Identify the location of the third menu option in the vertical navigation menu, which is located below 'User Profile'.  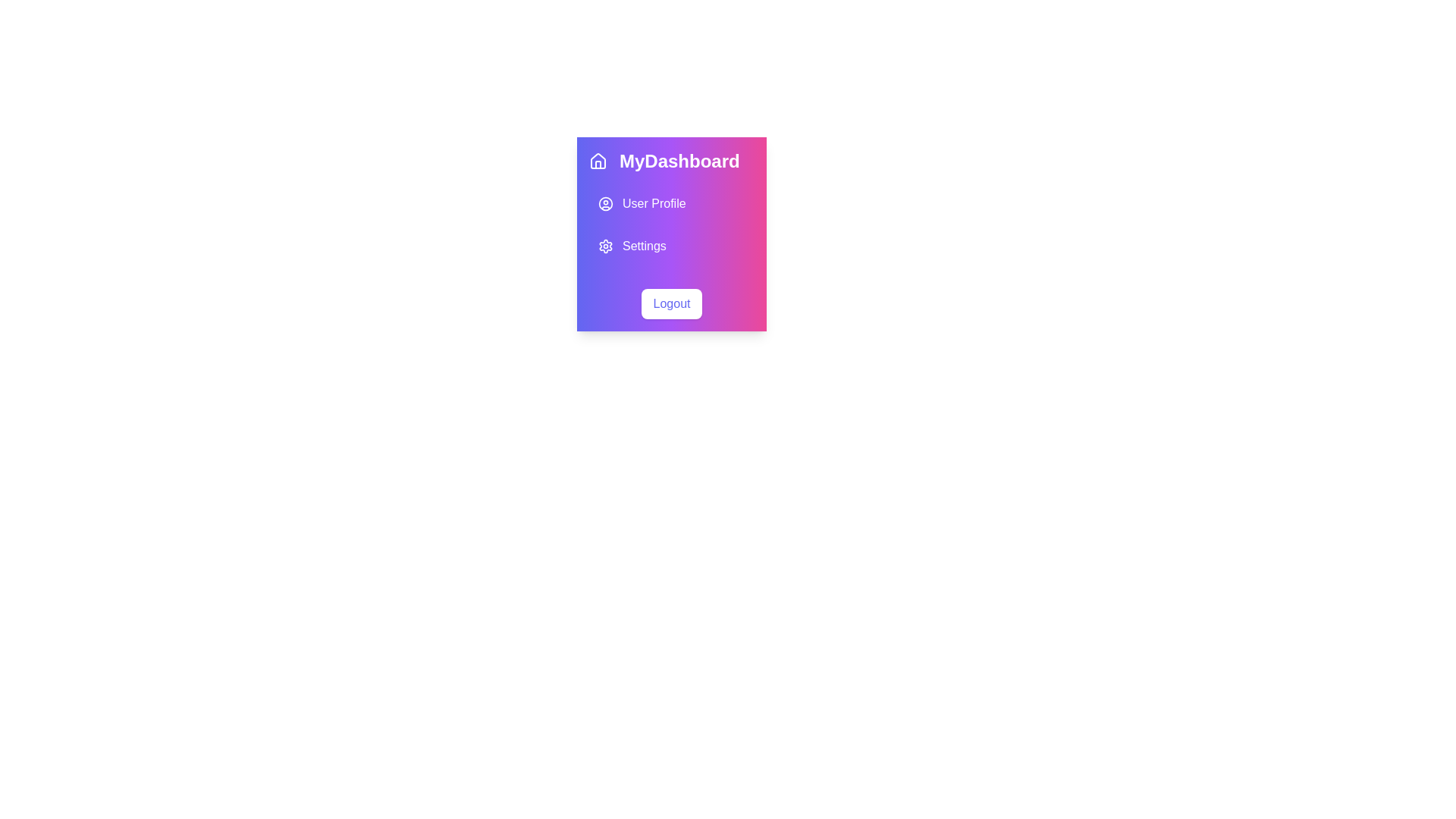
(644, 245).